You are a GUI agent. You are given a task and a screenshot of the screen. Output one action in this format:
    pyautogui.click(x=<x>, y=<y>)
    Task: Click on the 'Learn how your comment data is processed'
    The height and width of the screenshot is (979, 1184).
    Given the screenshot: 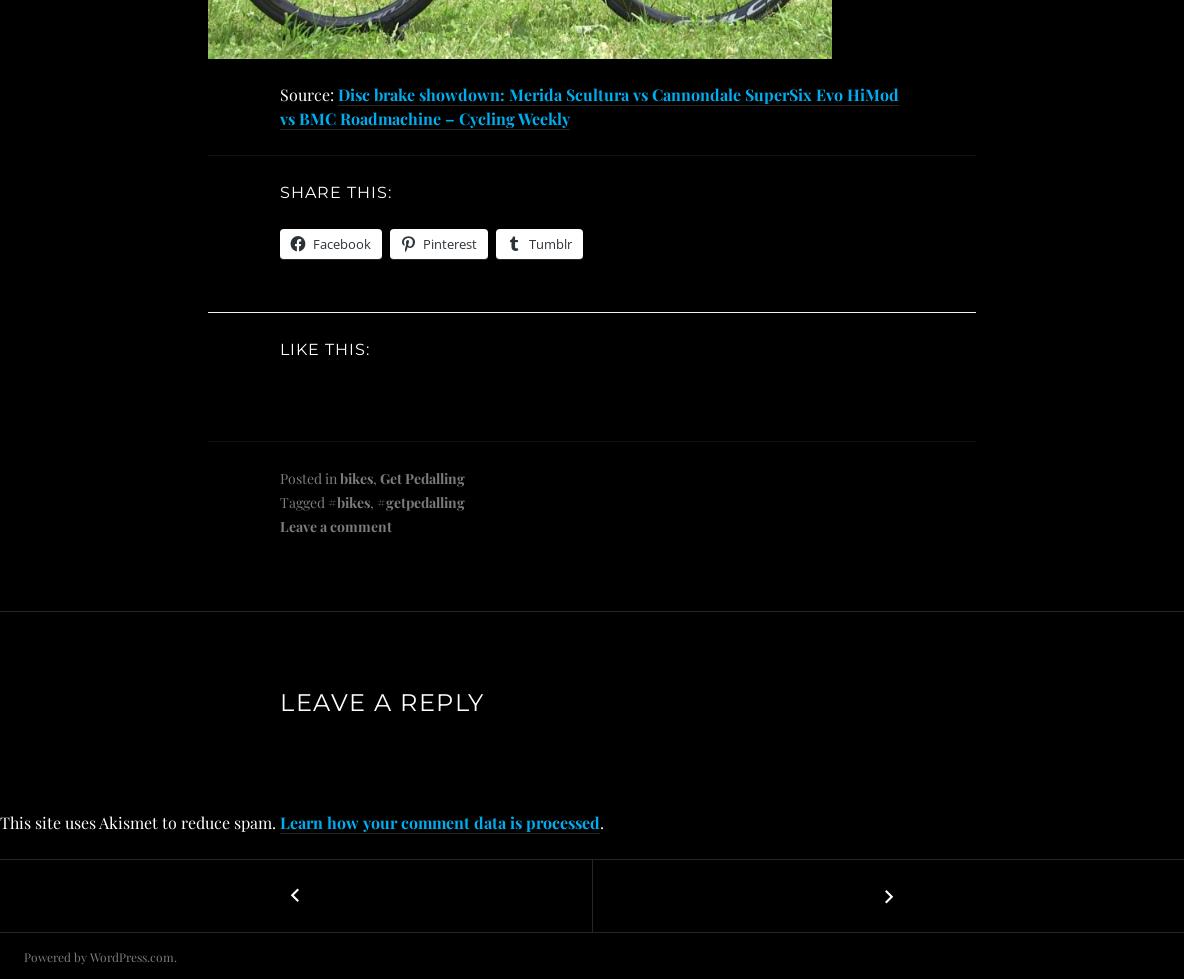 What is the action you would take?
    pyautogui.click(x=439, y=821)
    